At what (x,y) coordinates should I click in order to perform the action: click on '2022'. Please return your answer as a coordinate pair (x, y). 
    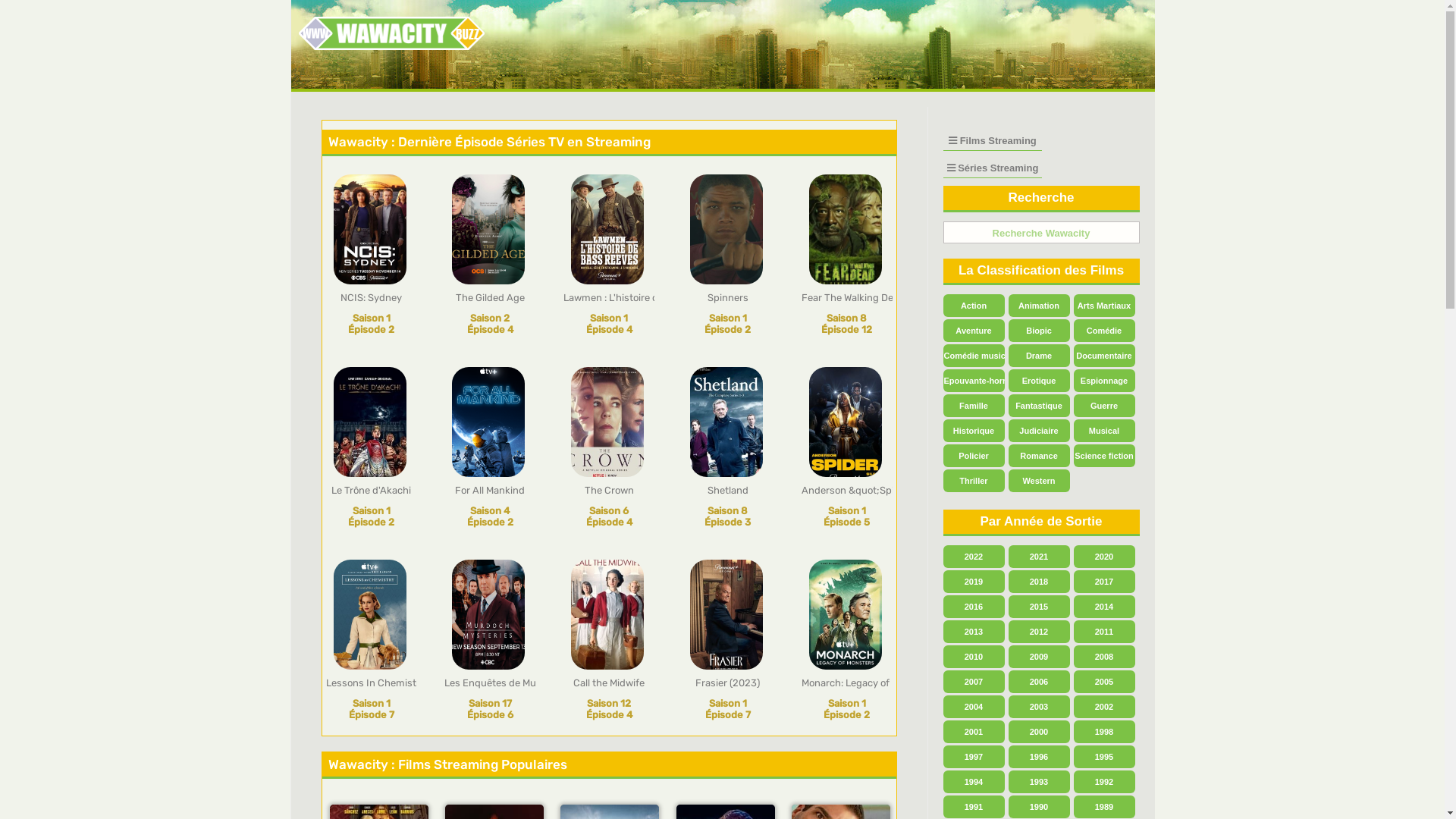
    Looking at the image, I should click on (974, 556).